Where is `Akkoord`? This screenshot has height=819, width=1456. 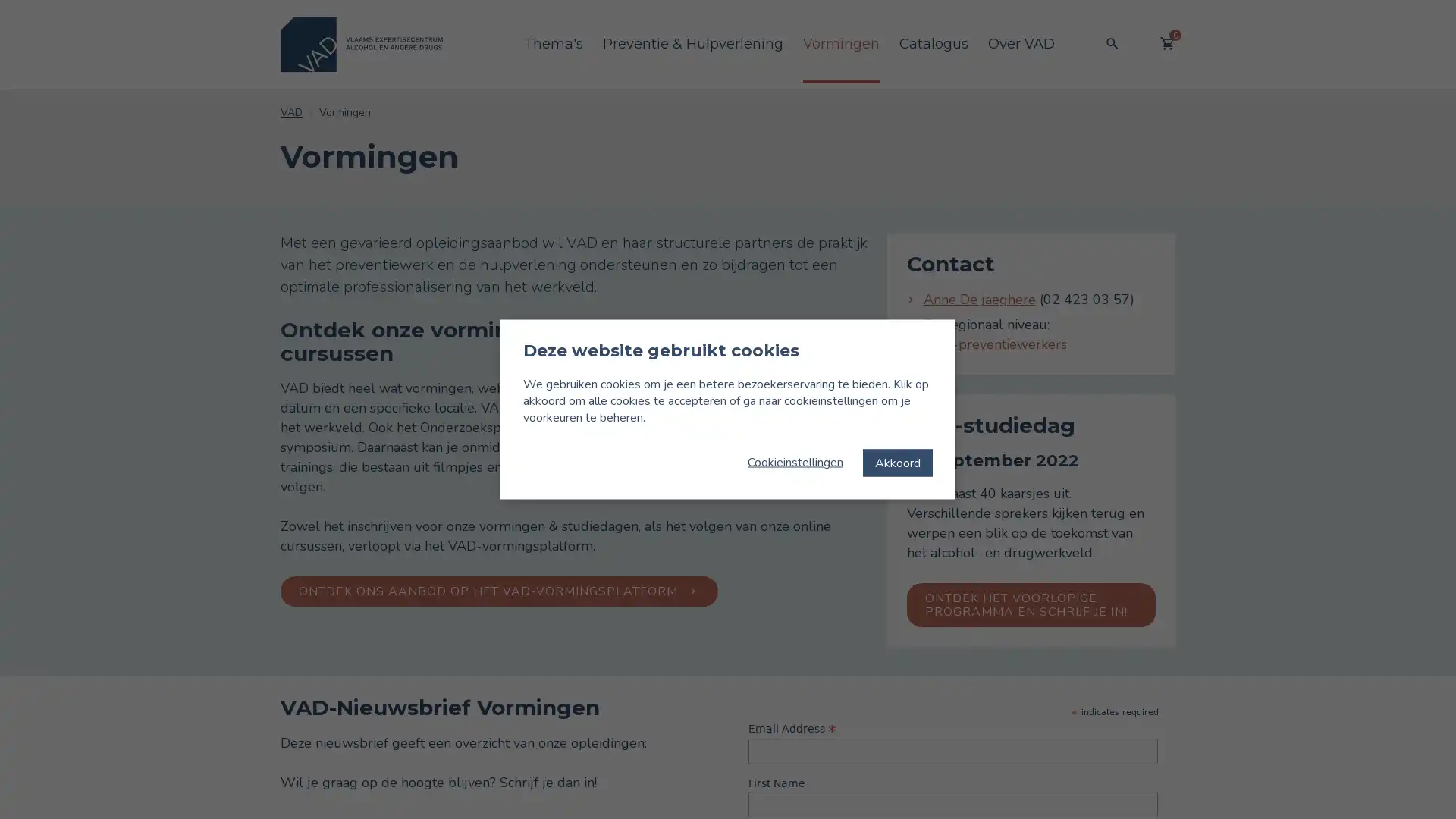
Akkoord is located at coordinates (898, 461).